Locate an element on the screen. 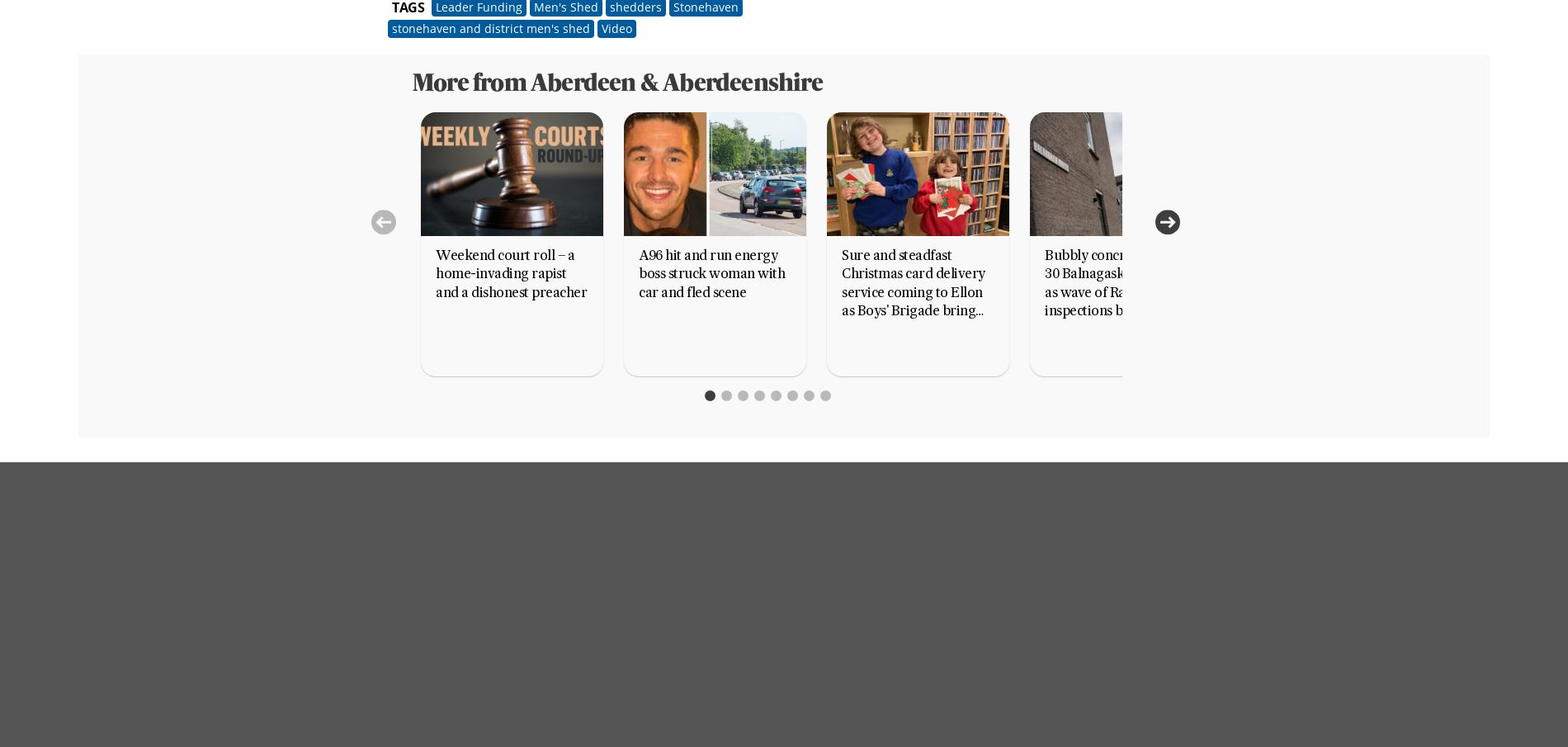 Image resolution: width=1568 pixels, height=747 pixels. 'Terms and Conditions for Subscriptions (excluding Home News Delivery Subscriptions)' is located at coordinates (701, 522).